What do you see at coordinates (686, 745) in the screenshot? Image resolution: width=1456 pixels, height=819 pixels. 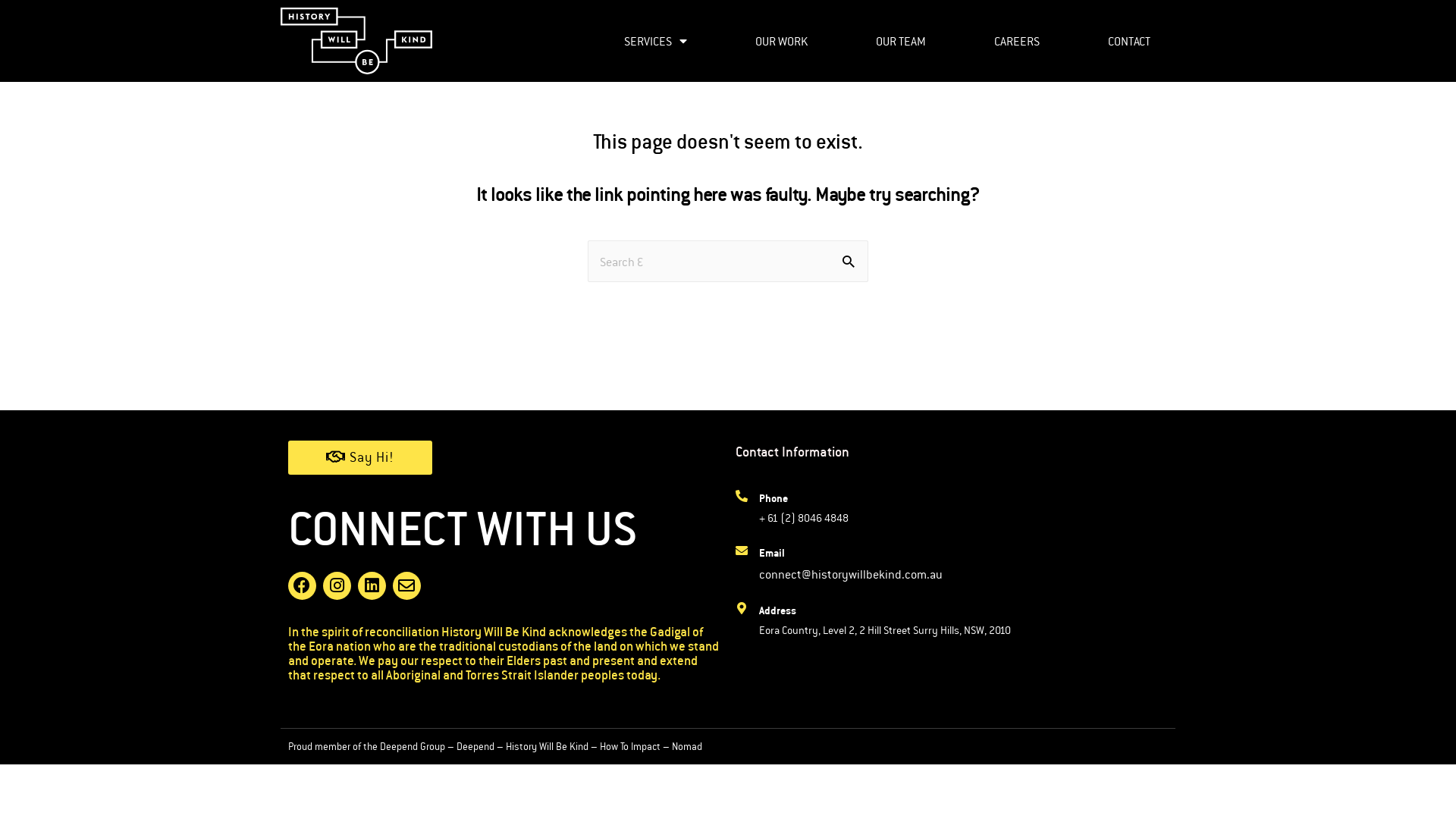 I see `'Nomad'` at bounding box center [686, 745].